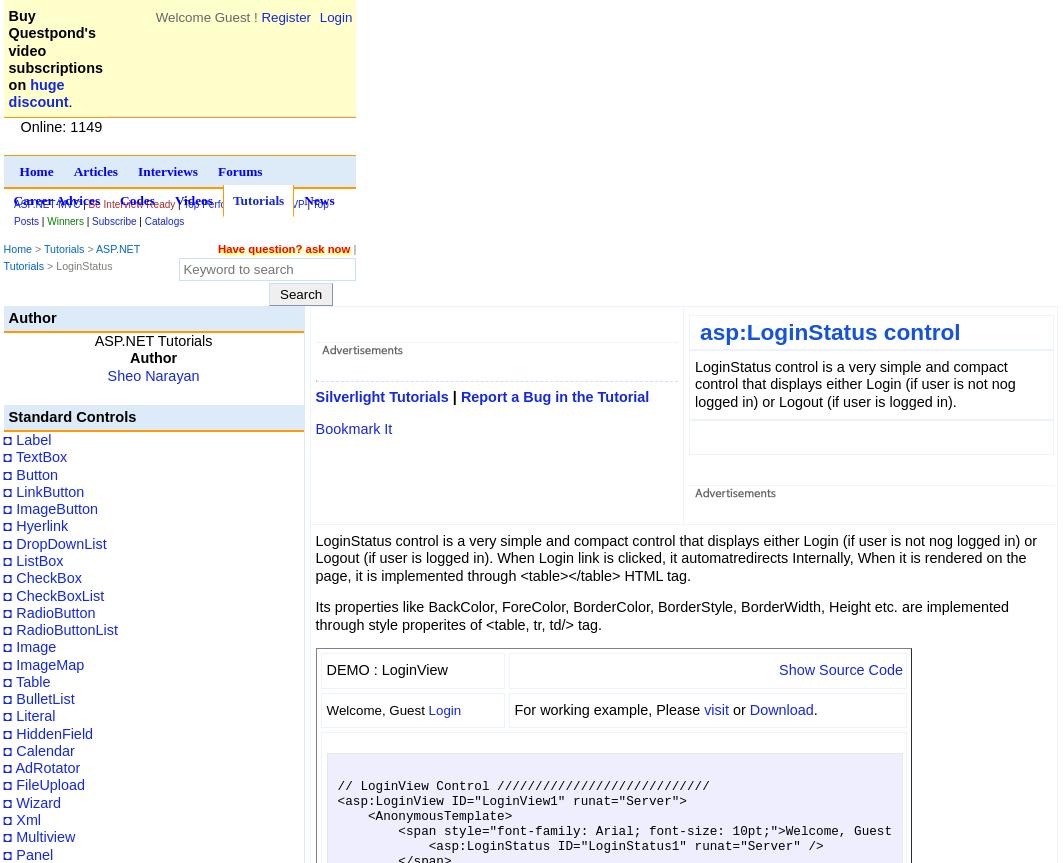 The width and height of the screenshot is (1063, 863). What do you see at coordinates (113, 221) in the screenshot?
I see `'Subscribe'` at bounding box center [113, 221].